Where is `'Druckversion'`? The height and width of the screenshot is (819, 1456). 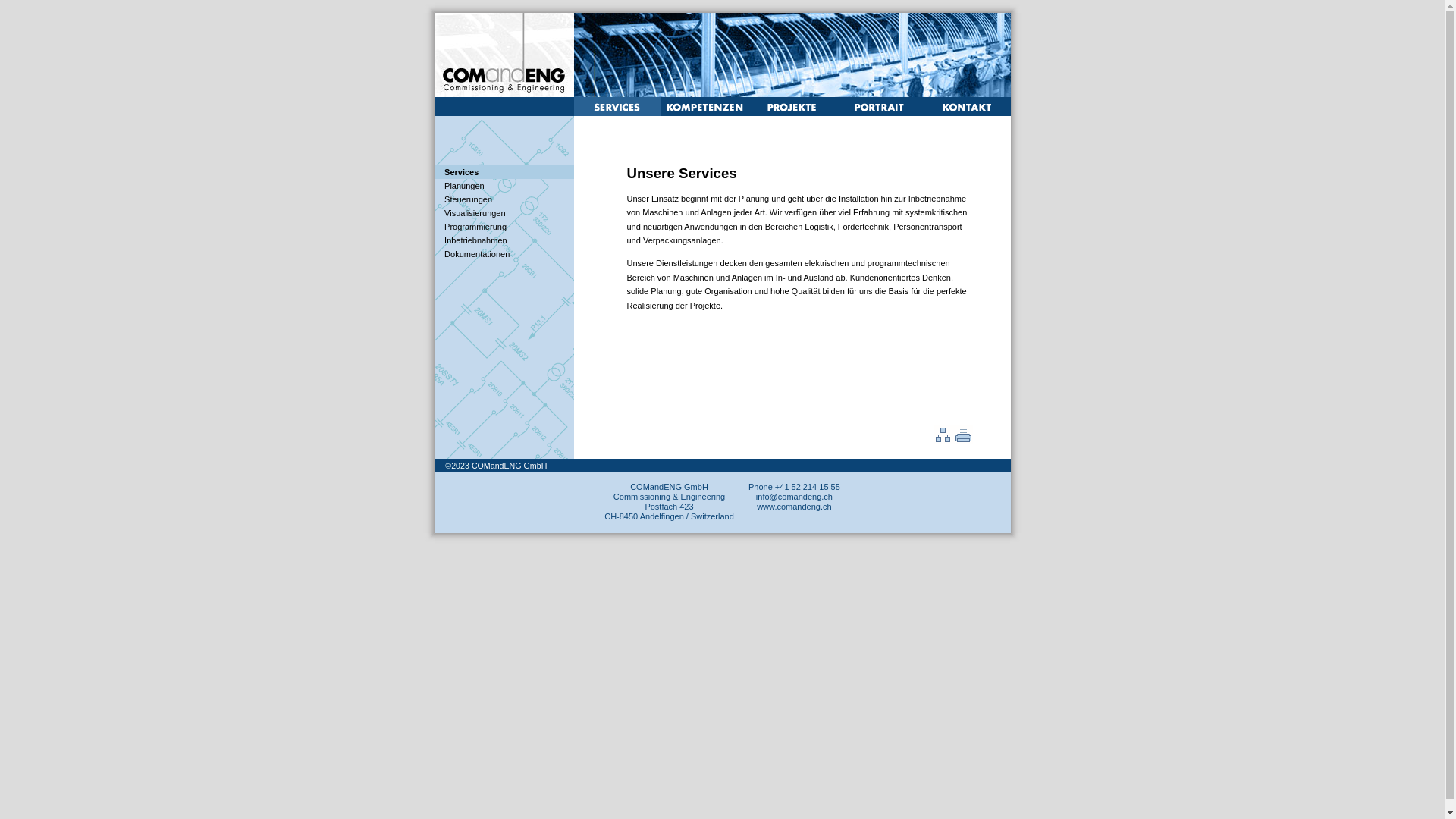 'Druckversion' is located at coordinates (961, 441).